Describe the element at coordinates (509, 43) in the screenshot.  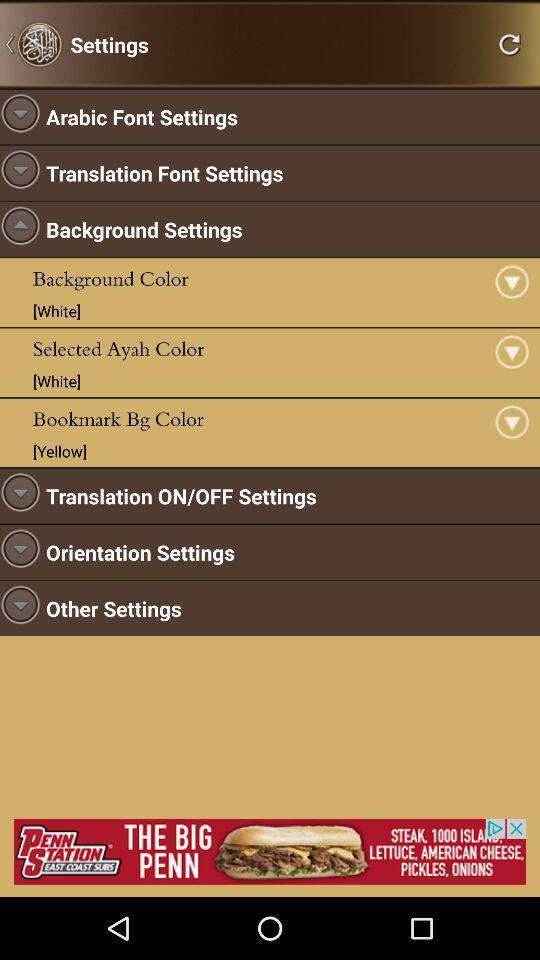
I see `refresh` at that location.